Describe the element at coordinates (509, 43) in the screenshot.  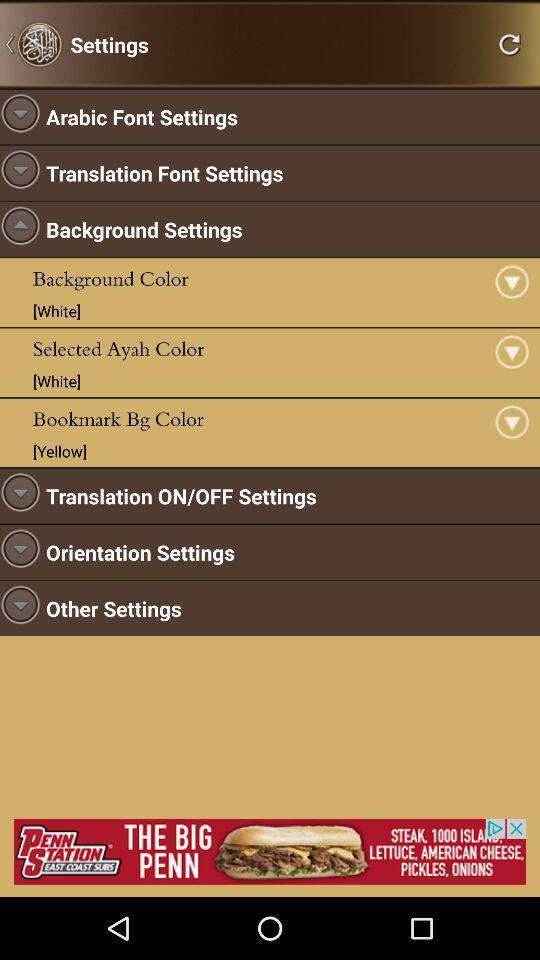
I see `refresh` at that location.